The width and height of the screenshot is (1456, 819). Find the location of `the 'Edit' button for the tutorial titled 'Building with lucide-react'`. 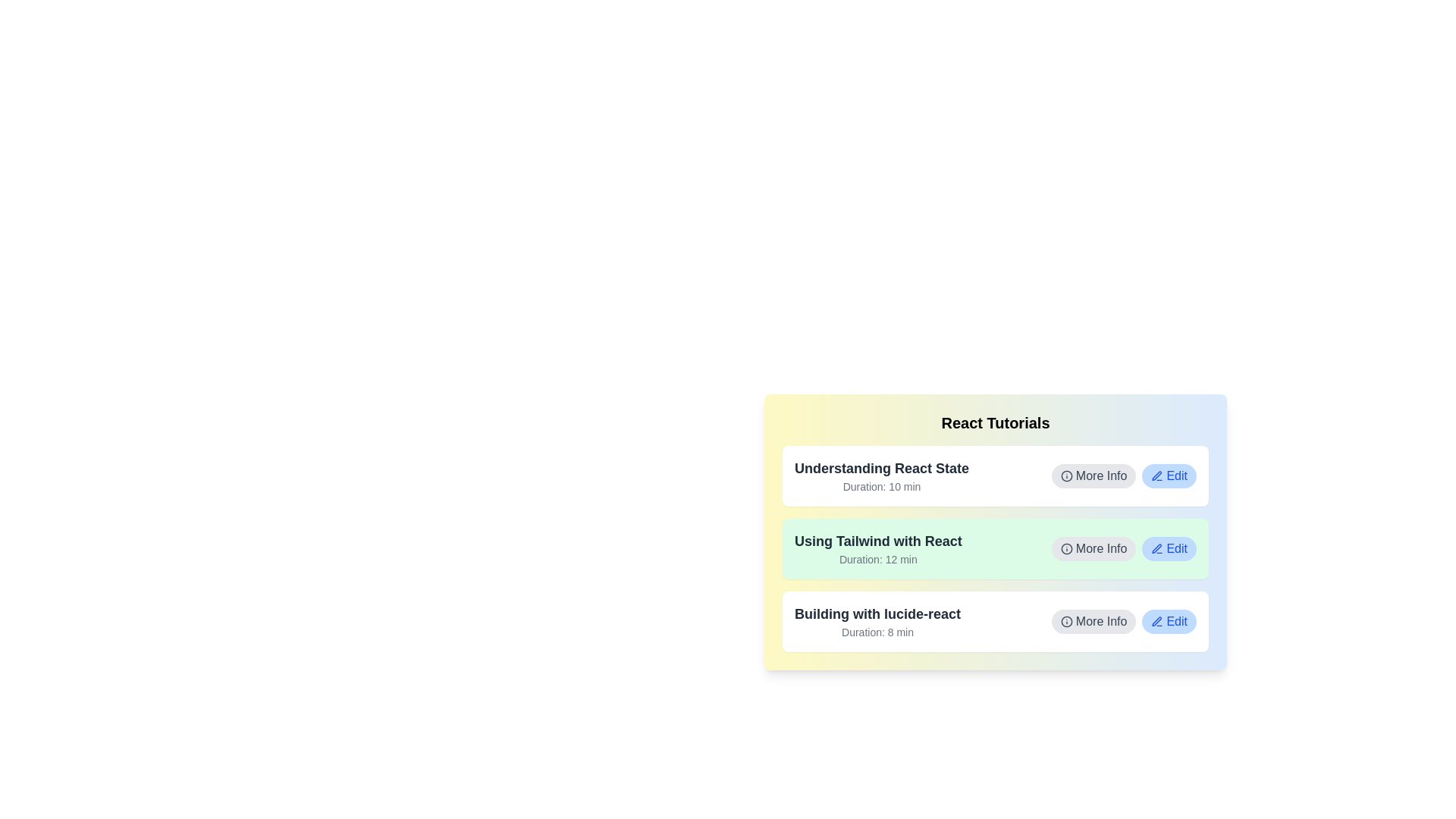

the 'Edit' button for the tutorial titled 'Building with lucide-react' is located at coordinates (1169, 622).